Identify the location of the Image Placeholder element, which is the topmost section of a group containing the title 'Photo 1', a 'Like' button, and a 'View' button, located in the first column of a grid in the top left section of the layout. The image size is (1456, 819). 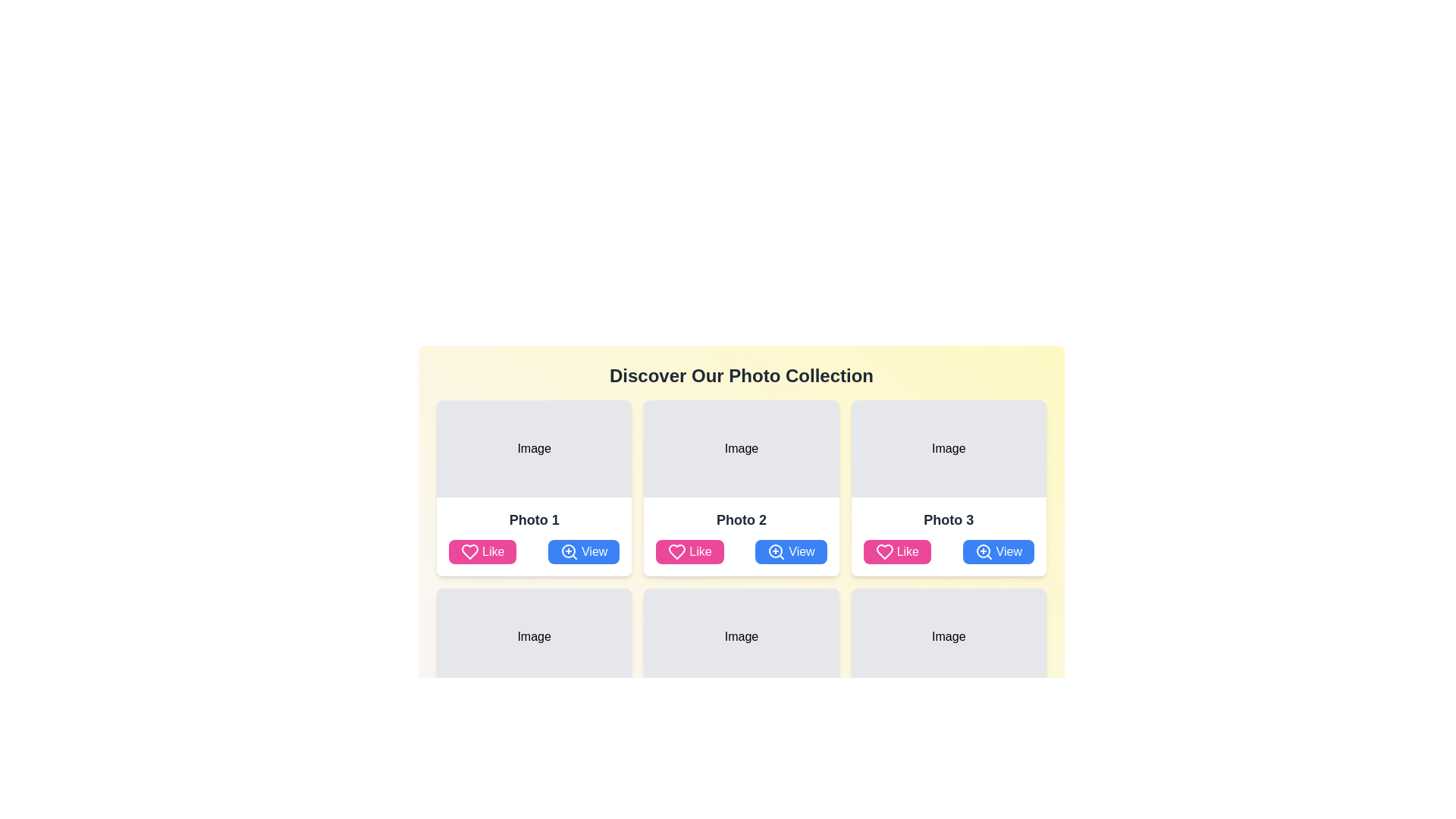
(534, 447).